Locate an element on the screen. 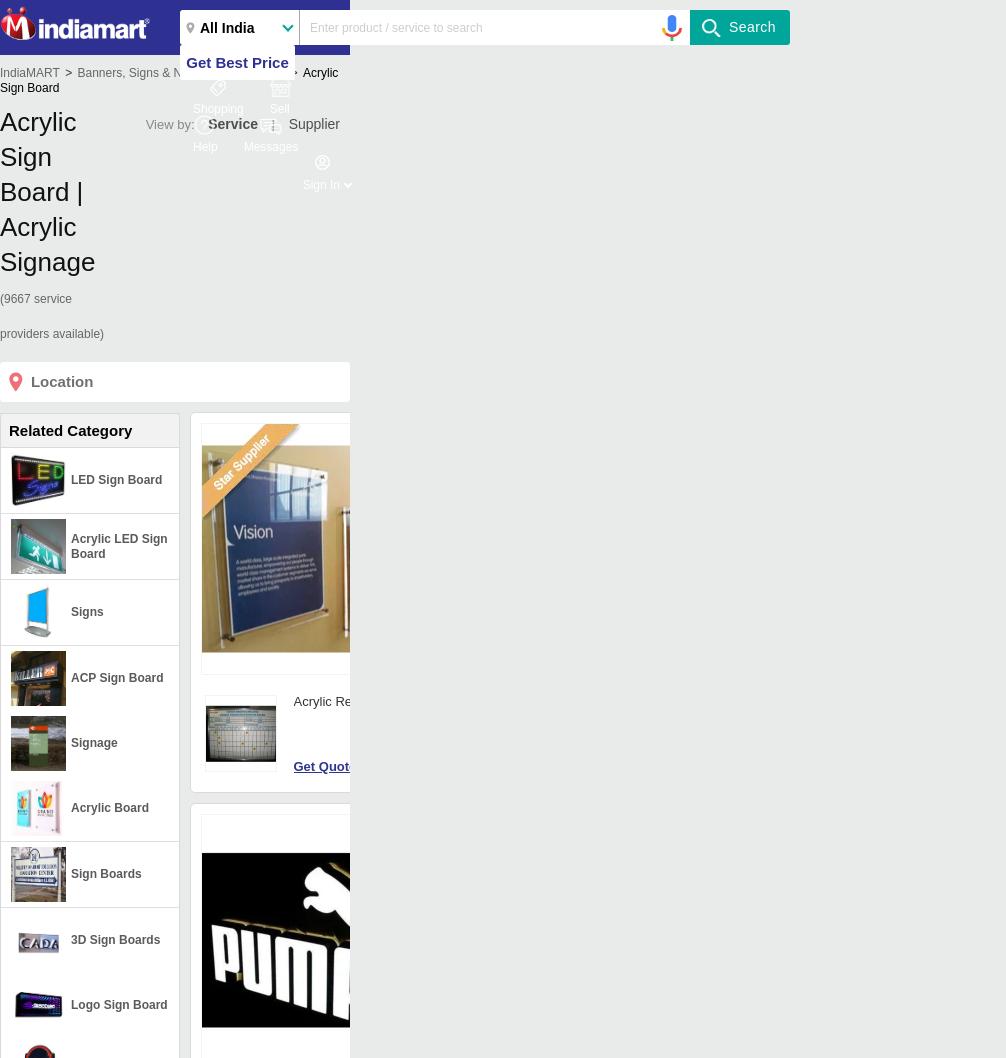 The height and width of the screenshot is (1058, 1006). ':  LED' is located at coordinates (569, 942).